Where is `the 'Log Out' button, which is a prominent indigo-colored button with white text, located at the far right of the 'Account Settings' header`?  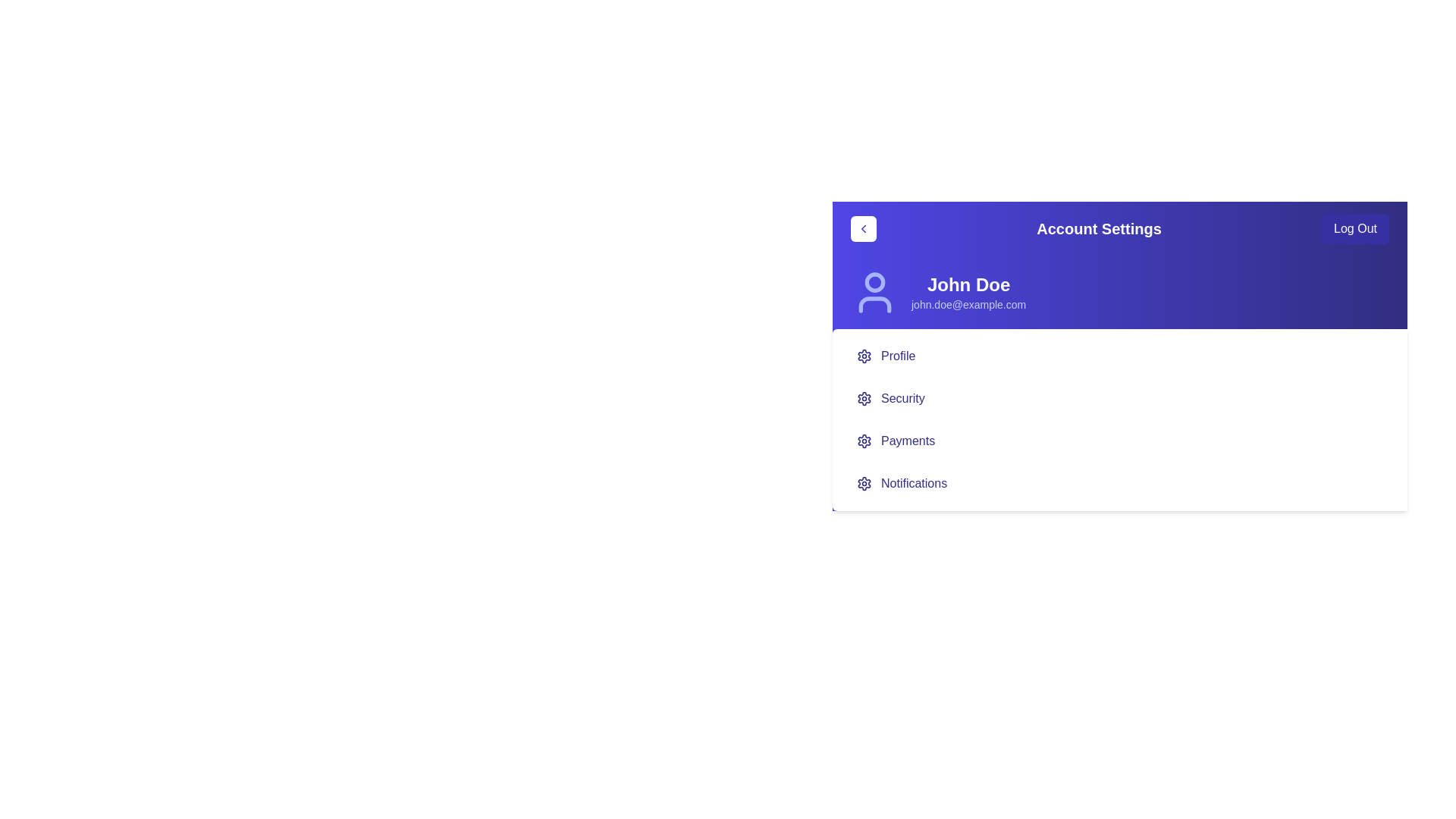
the 'Log Out' button, which is a prominent indigo-colored button with white text, located at the far right of the 'Account Settings' header is located at coordinates (1355, 228).